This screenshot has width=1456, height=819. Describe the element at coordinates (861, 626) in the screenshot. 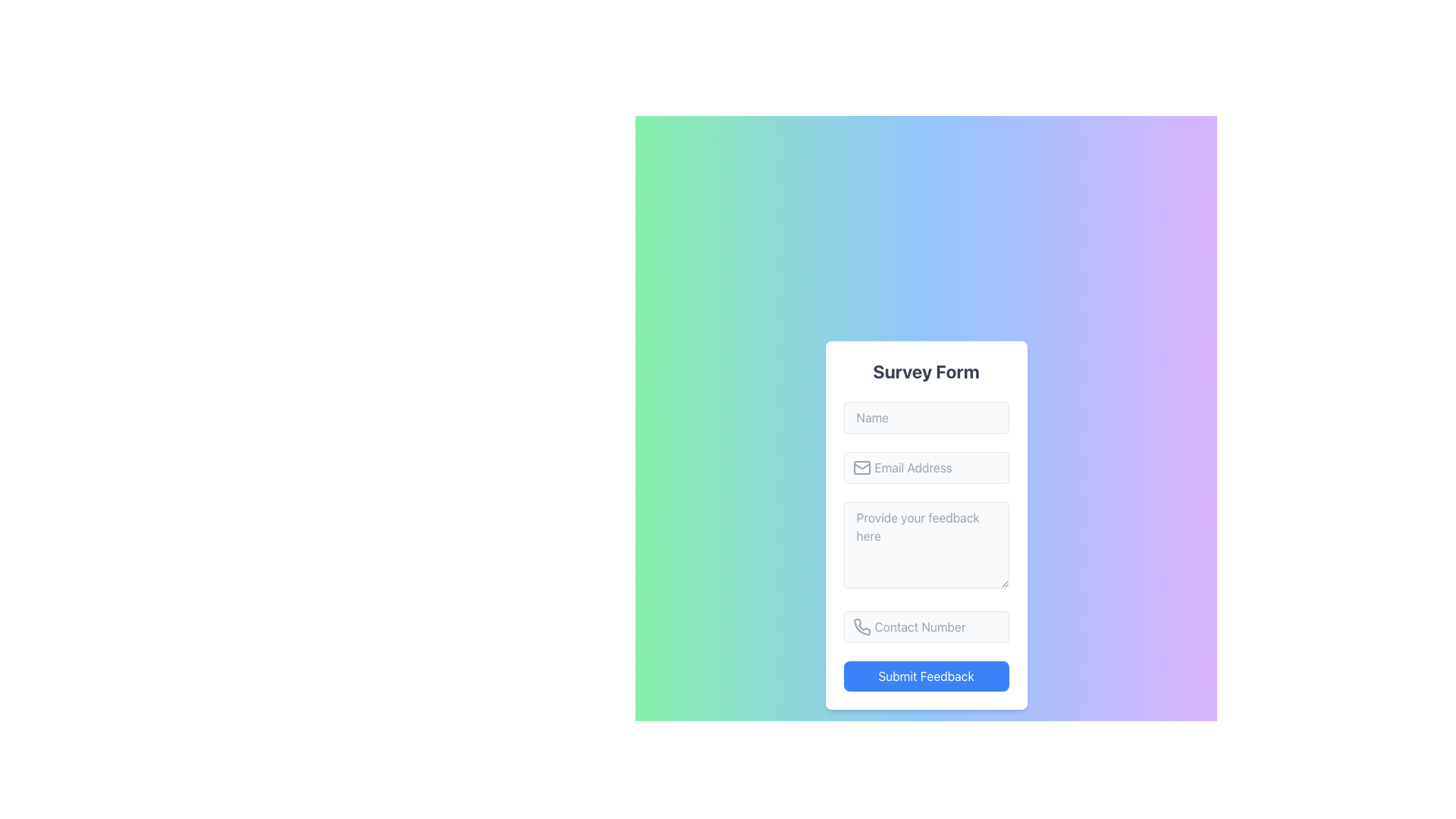

I see `the icon indicating the phone number entry next to the 'Contact Number' input field` at that location.